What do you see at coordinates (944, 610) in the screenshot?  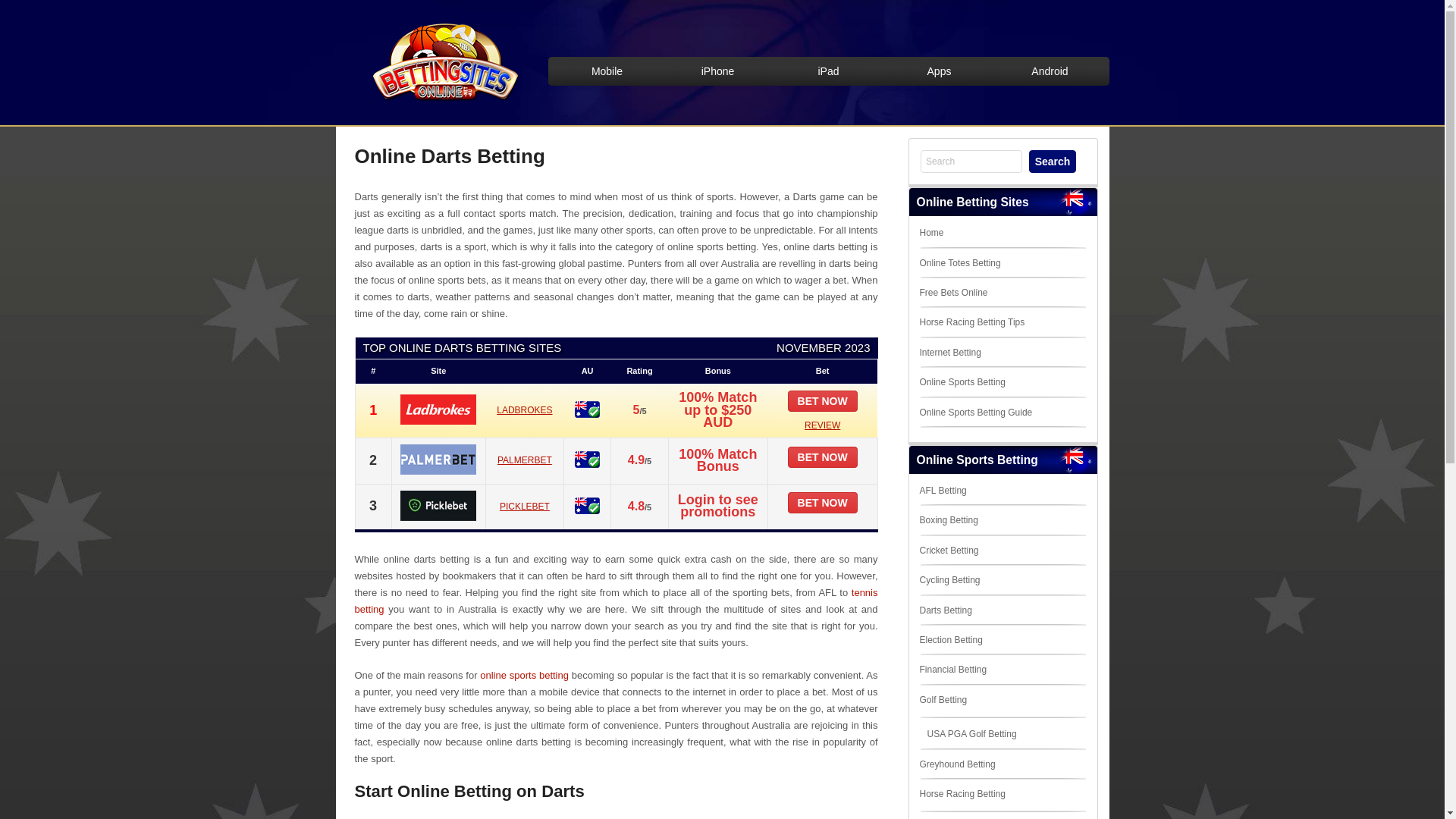 I see `'Darts Betting'` at bounding box center [944, 610].